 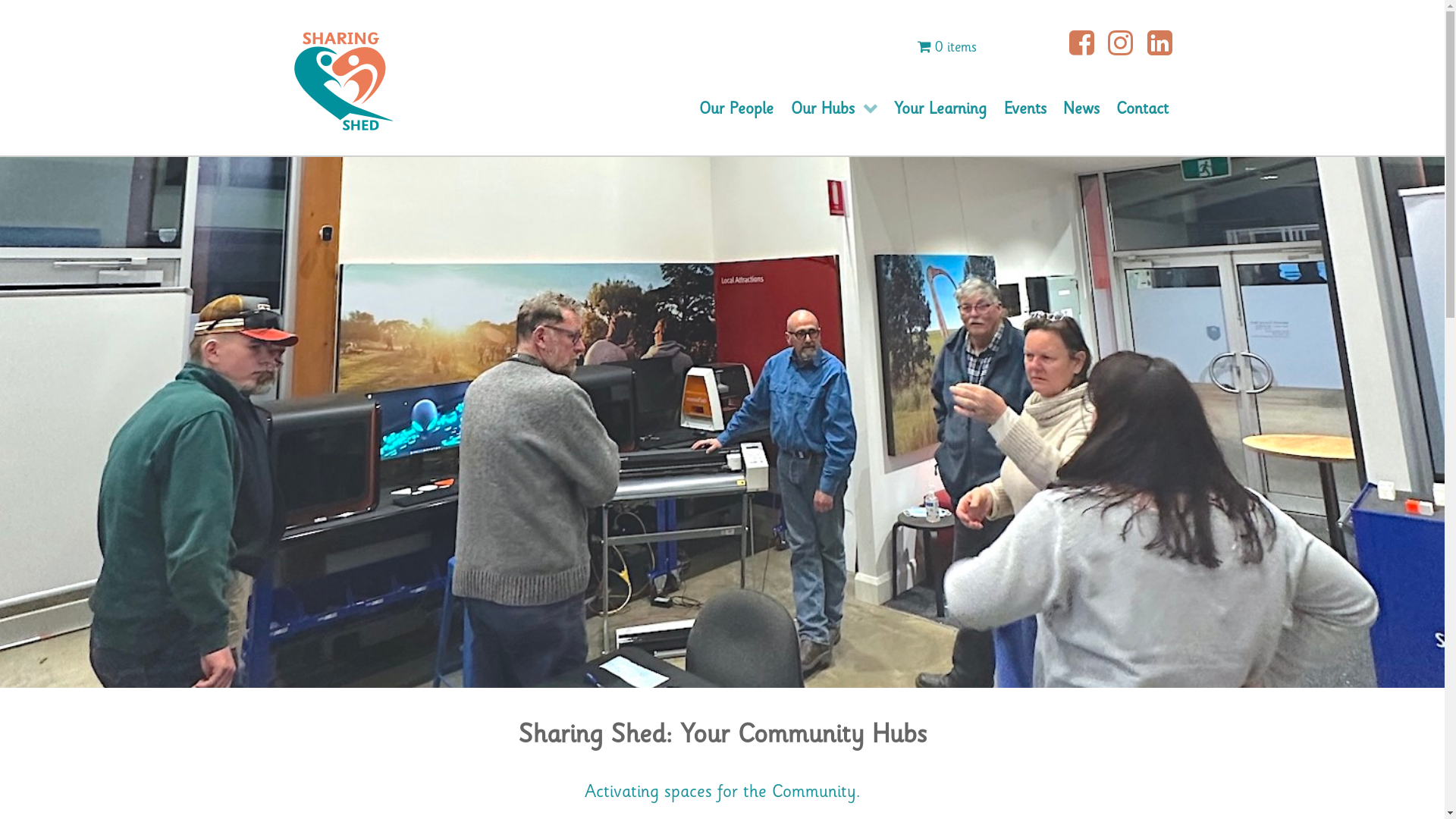 What do you see at coordinates (1080, 108) in the screenshot?
I see `'News'` at bounding box center [1080, 108].